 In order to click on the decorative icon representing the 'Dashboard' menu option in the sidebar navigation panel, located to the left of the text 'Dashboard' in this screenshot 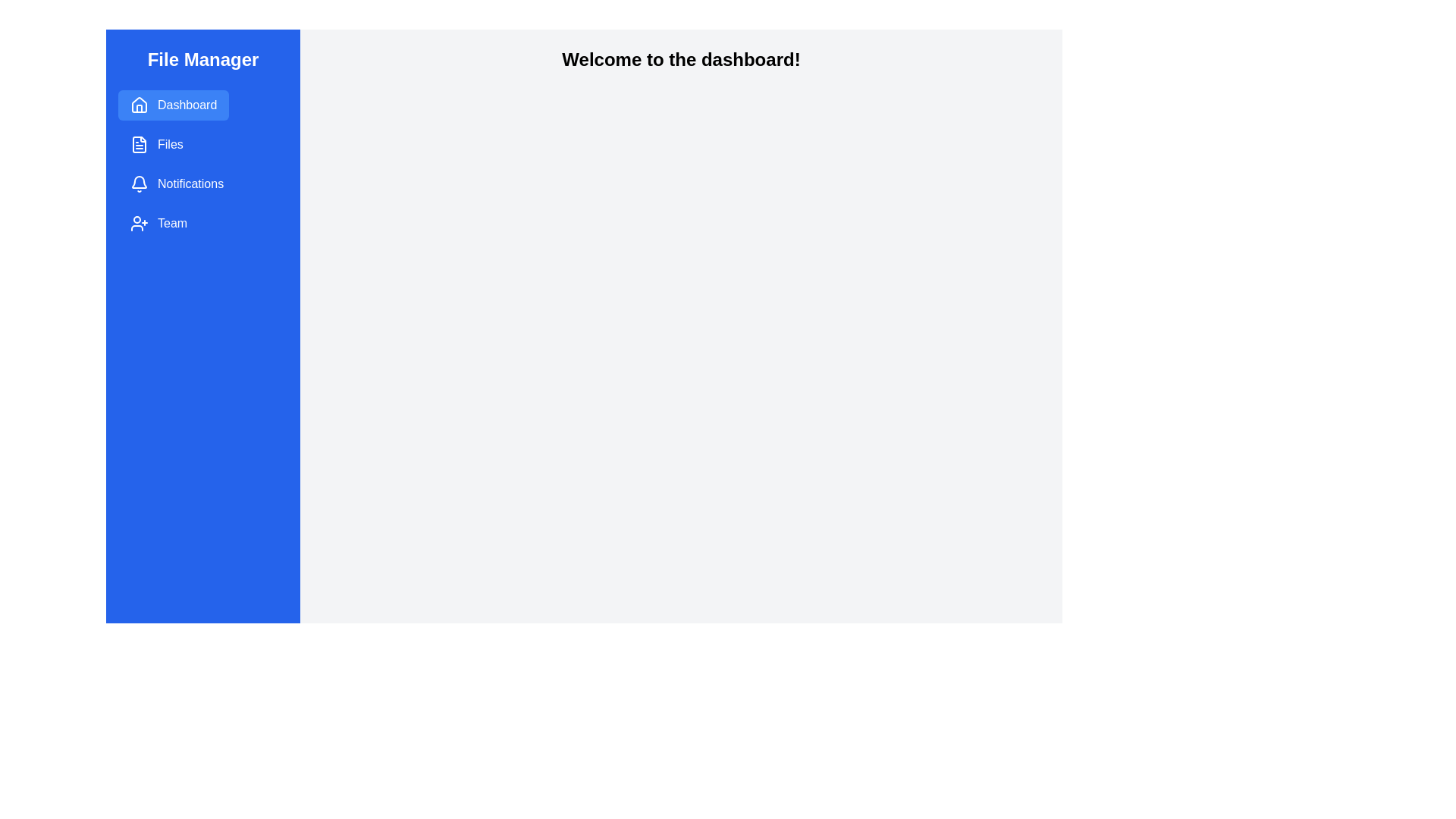, I will do `click(139, 104)`.